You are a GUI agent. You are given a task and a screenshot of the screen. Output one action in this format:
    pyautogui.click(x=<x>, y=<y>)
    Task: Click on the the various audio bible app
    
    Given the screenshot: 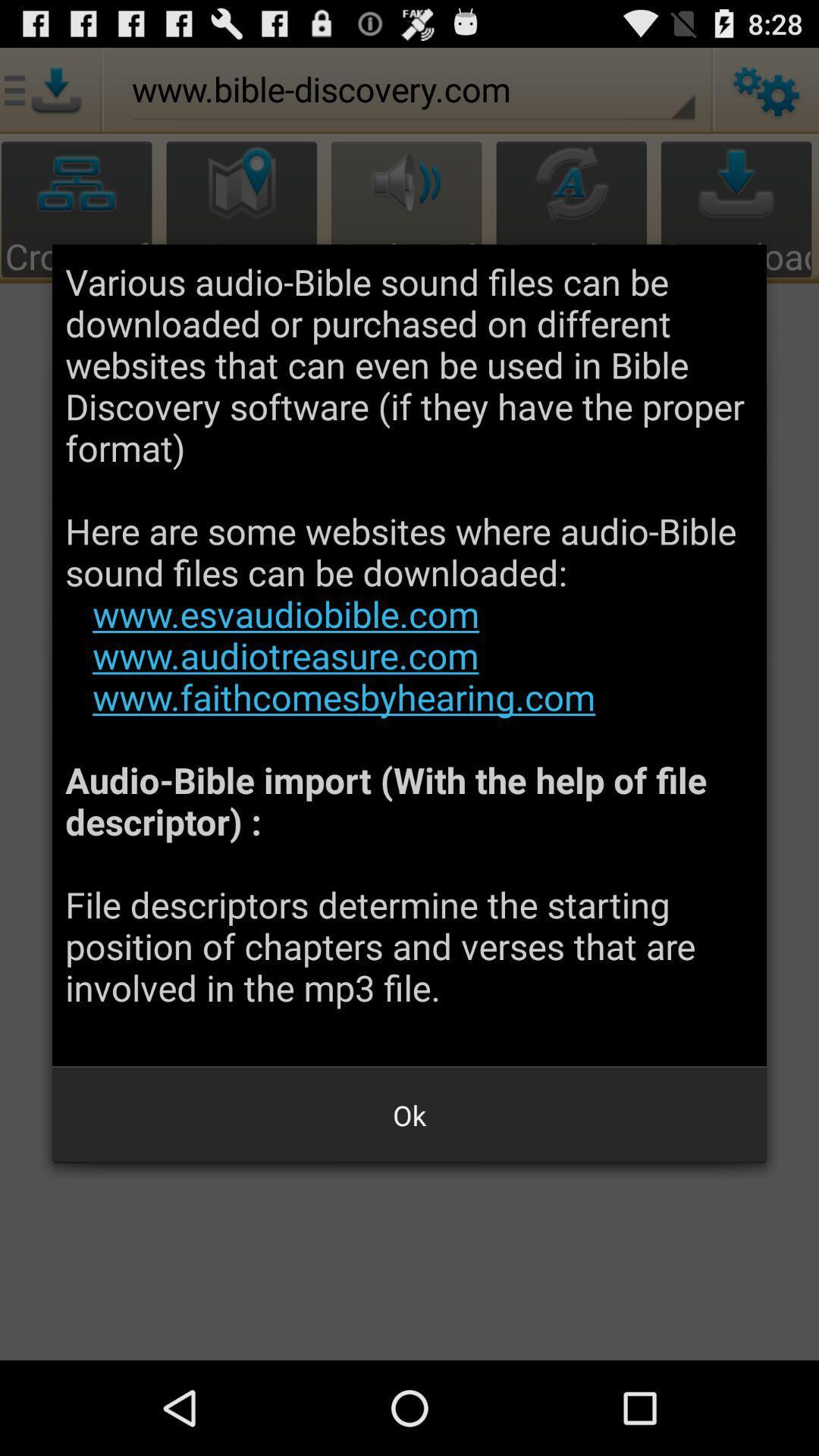 What is the action you would take?
    pyautogui.click(x=409, y=655)
    